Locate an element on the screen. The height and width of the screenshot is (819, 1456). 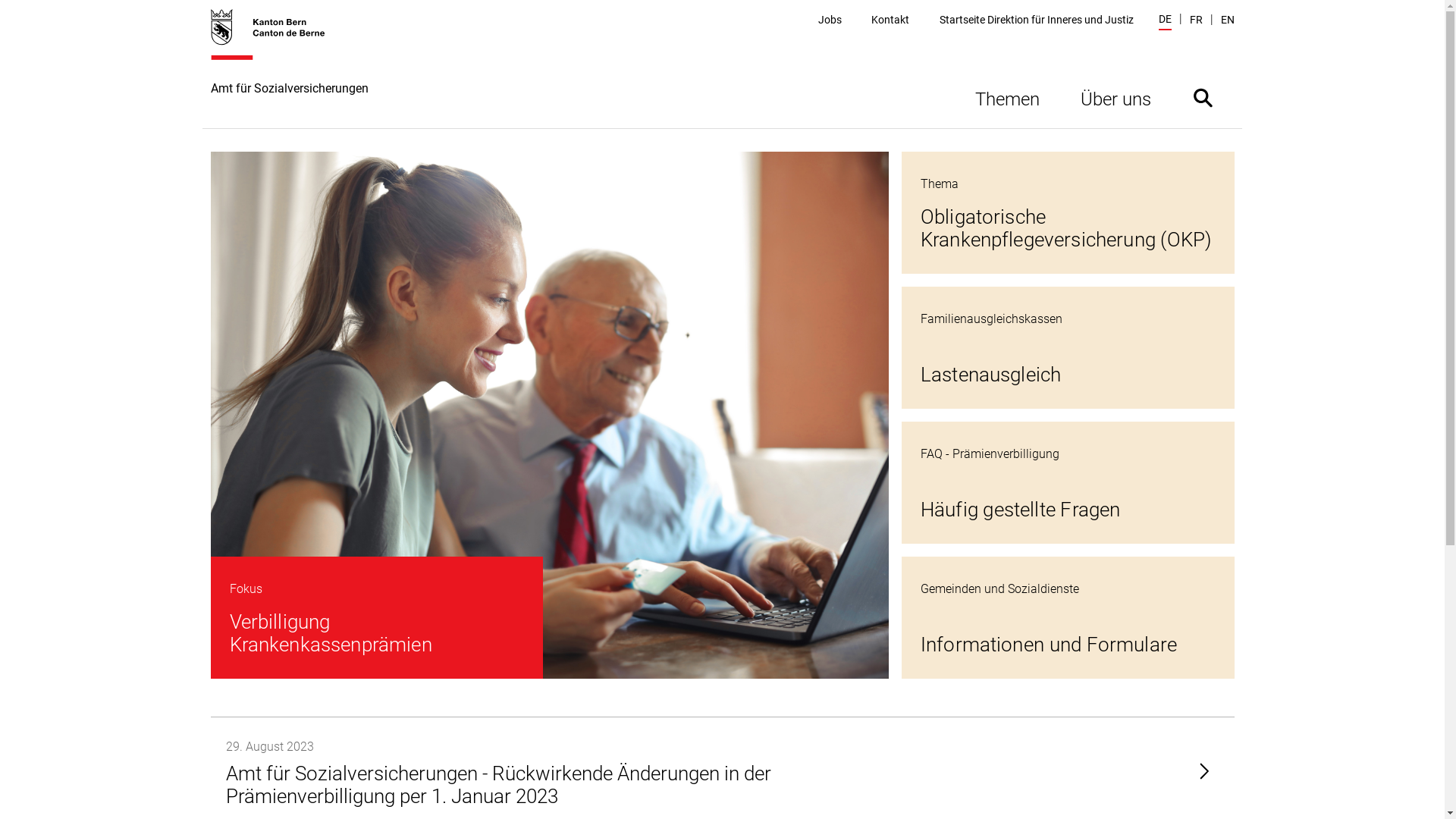
'Themen' is located at coordinates (1006, 97).